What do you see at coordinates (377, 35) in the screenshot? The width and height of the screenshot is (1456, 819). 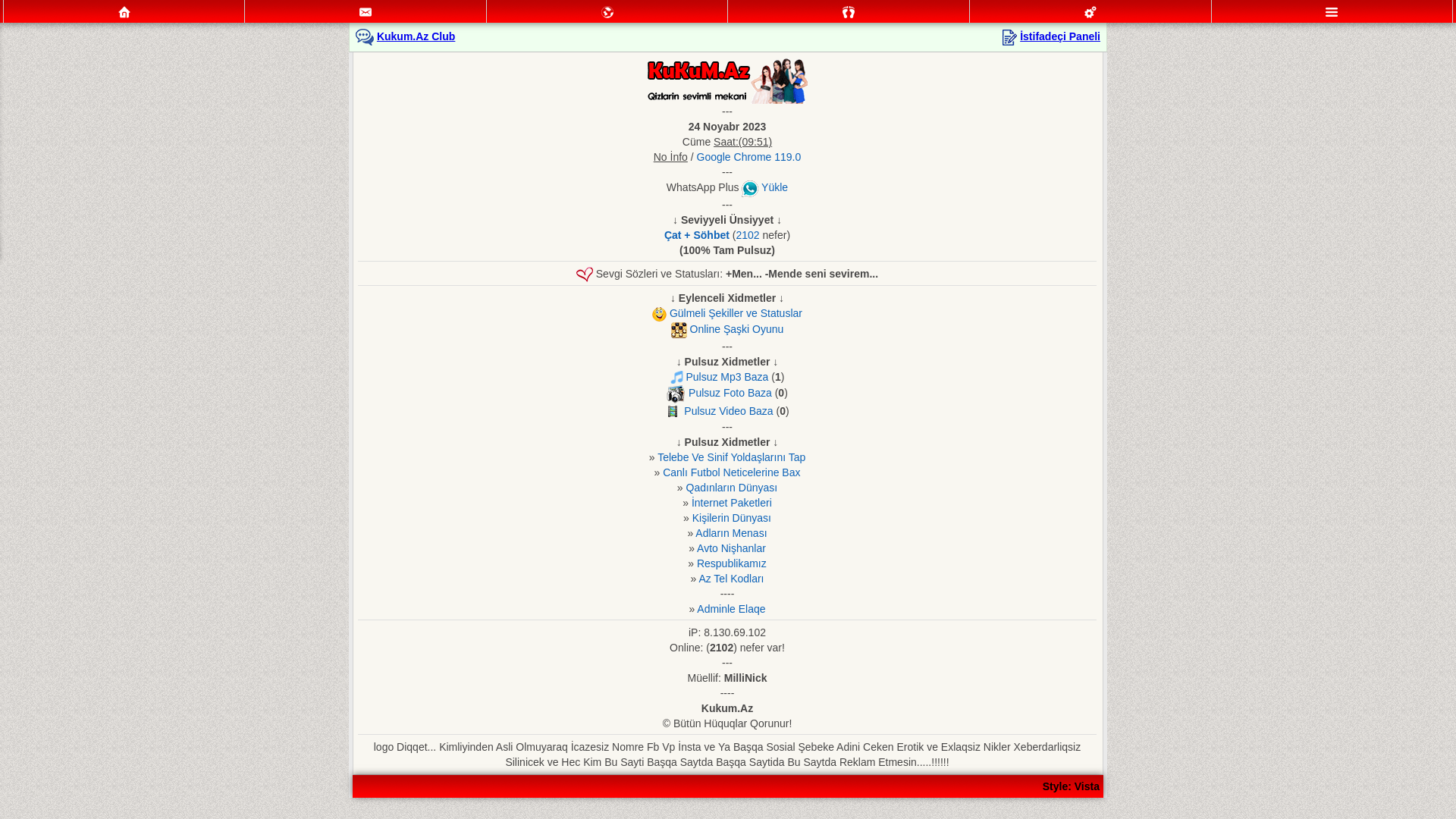 I see `'Kukum.Az Club'` at bounding box center [377, 35].